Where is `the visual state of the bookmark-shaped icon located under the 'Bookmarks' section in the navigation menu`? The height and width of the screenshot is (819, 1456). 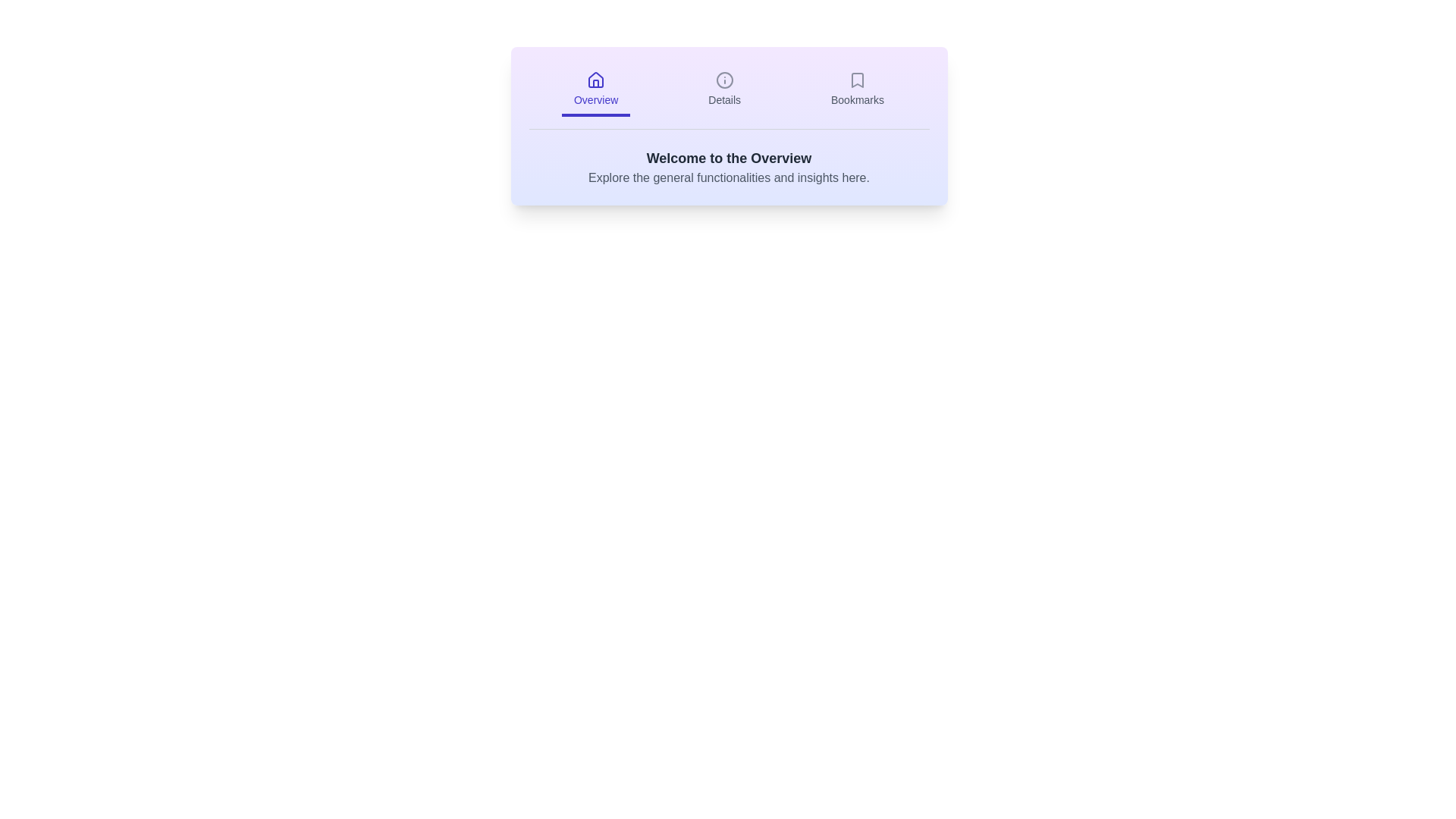 the visual state of the bookmark-shaped icon located under the 'Bookmarks' section in the navigation menu is located at coordinates (858, 80).